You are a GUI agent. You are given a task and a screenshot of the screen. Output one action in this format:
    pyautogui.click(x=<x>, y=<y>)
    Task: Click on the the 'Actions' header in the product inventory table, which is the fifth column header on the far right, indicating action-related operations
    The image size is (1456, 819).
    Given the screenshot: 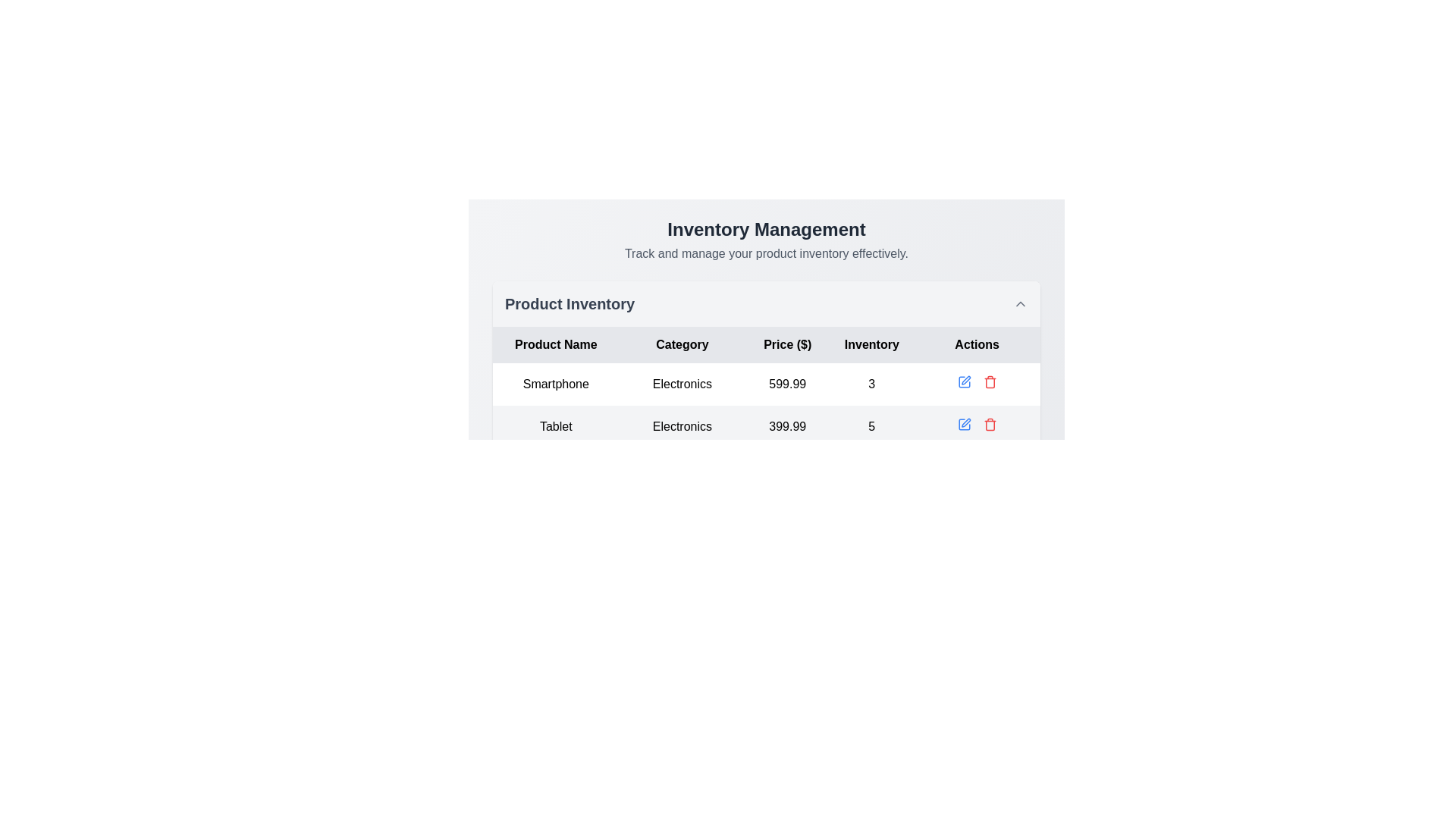 What is the action you would take?
    pyautogui.click(x=977, y=345)
    